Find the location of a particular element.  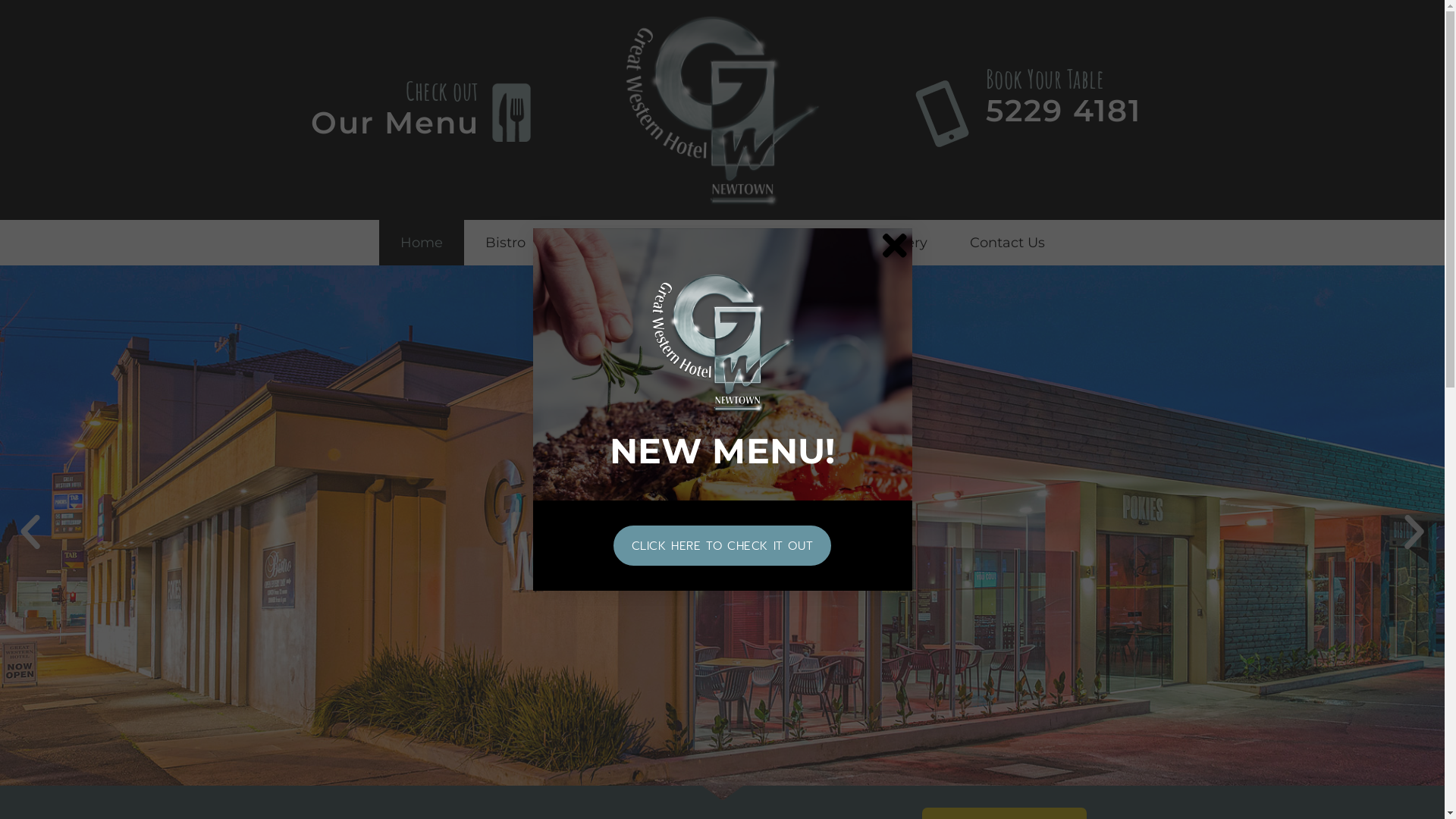

'Bistro' is located at coordinates (505, 242).